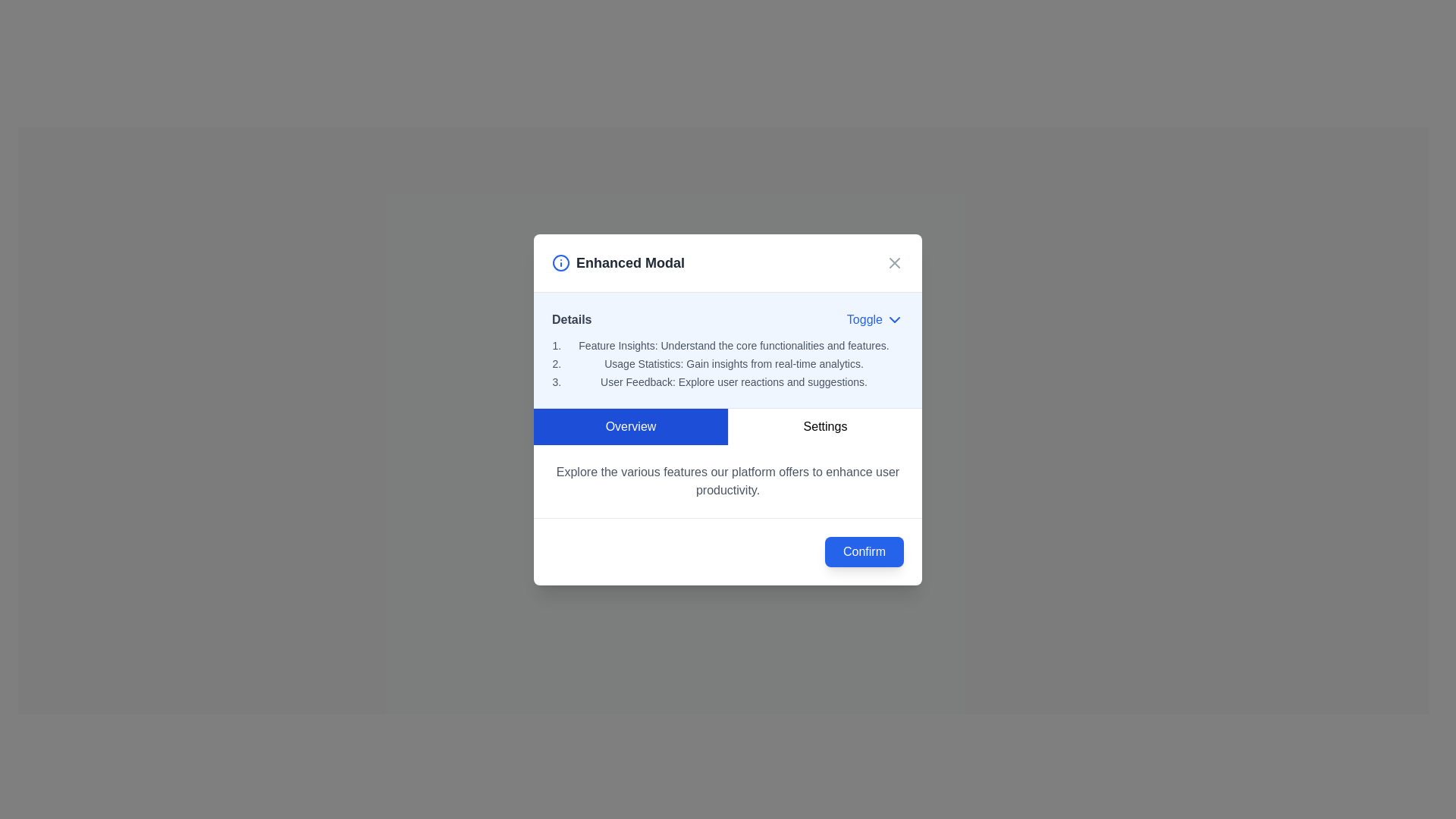 The image size is (1456, 819). I want to click on the chevron icon pointing downward, located to the right of the 'Toggle' text label, so click(895, 318).